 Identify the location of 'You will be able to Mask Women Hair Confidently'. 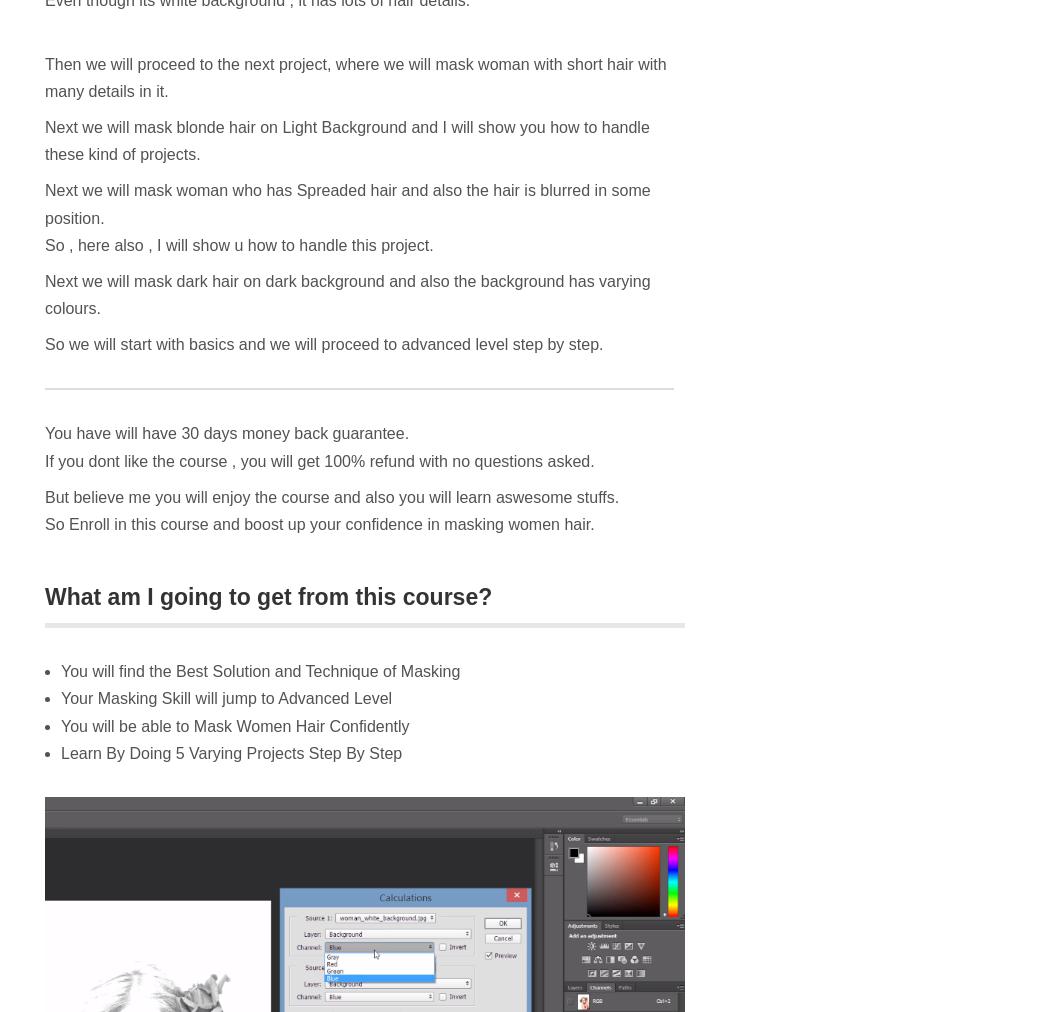
(60, 725).